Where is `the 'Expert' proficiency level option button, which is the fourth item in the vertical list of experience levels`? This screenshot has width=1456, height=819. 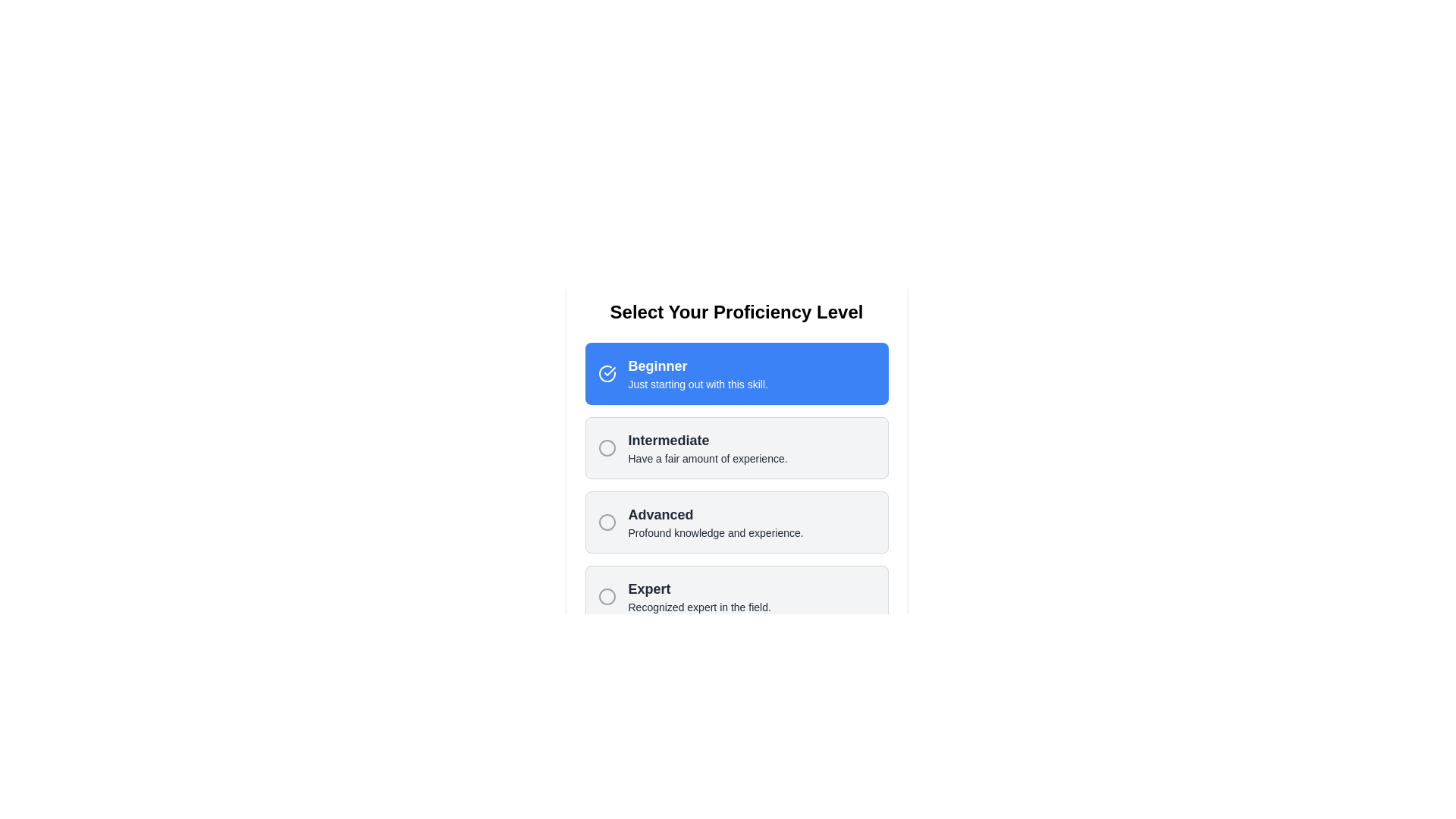 the 'Expert' proficiency level option button, which is the fourth item in the vertical list of experience levels is located at coordinates (736, 595).